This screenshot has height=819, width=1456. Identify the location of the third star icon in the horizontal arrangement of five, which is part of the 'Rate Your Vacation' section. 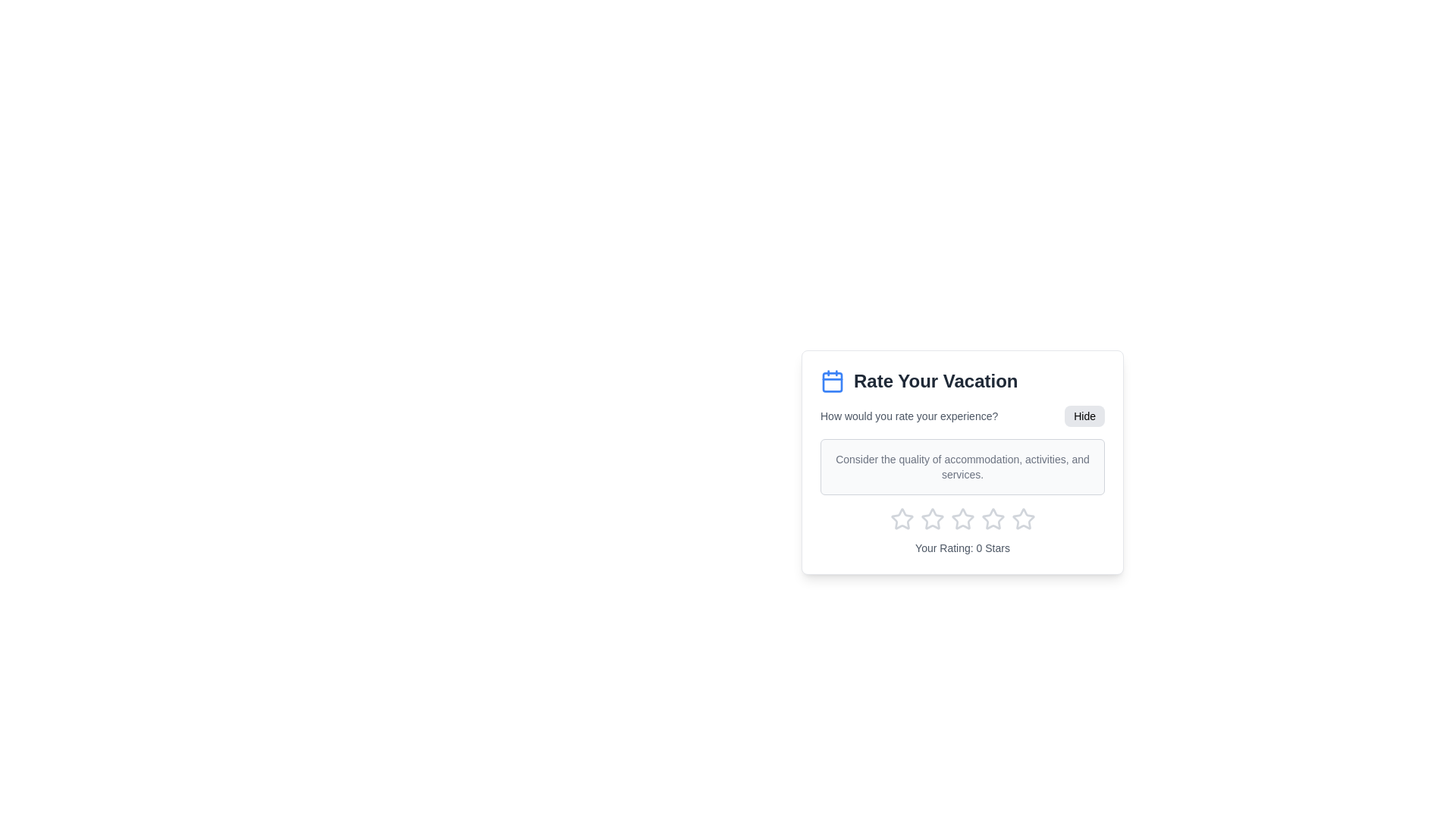
(961, 517).